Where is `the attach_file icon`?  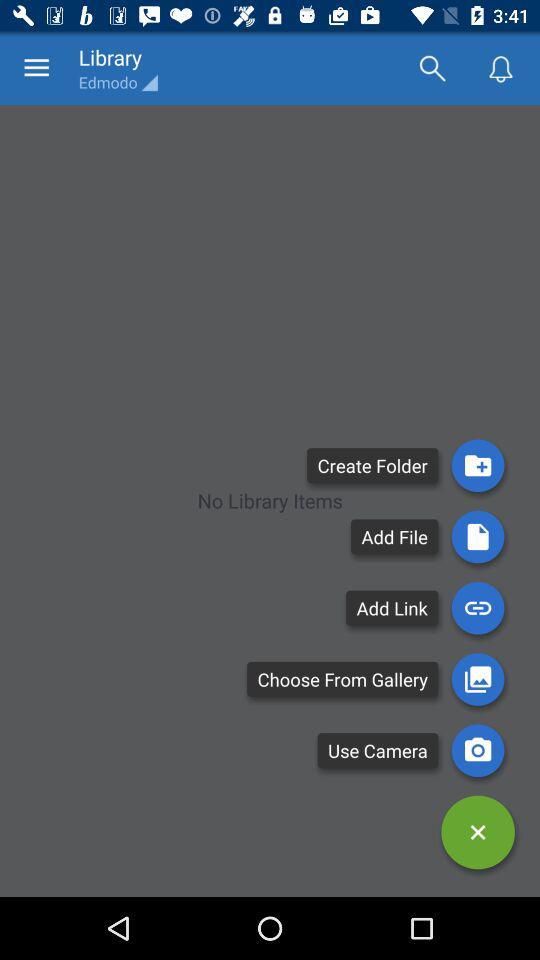 the attach_file icon is located at coordinates (477, 607).